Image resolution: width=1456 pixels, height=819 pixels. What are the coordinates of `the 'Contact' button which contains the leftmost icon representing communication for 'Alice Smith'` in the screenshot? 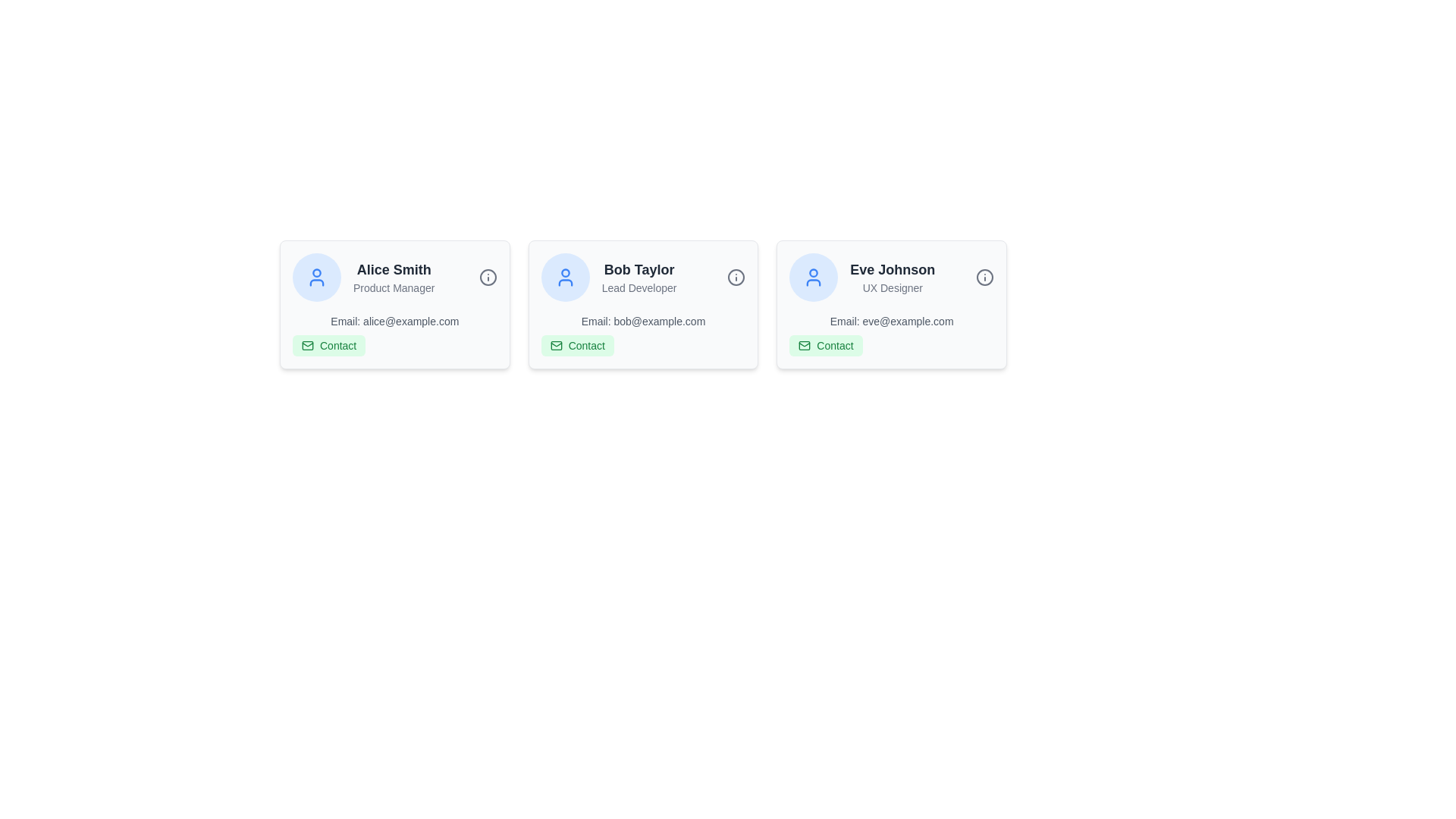 It's located at (307, 345).